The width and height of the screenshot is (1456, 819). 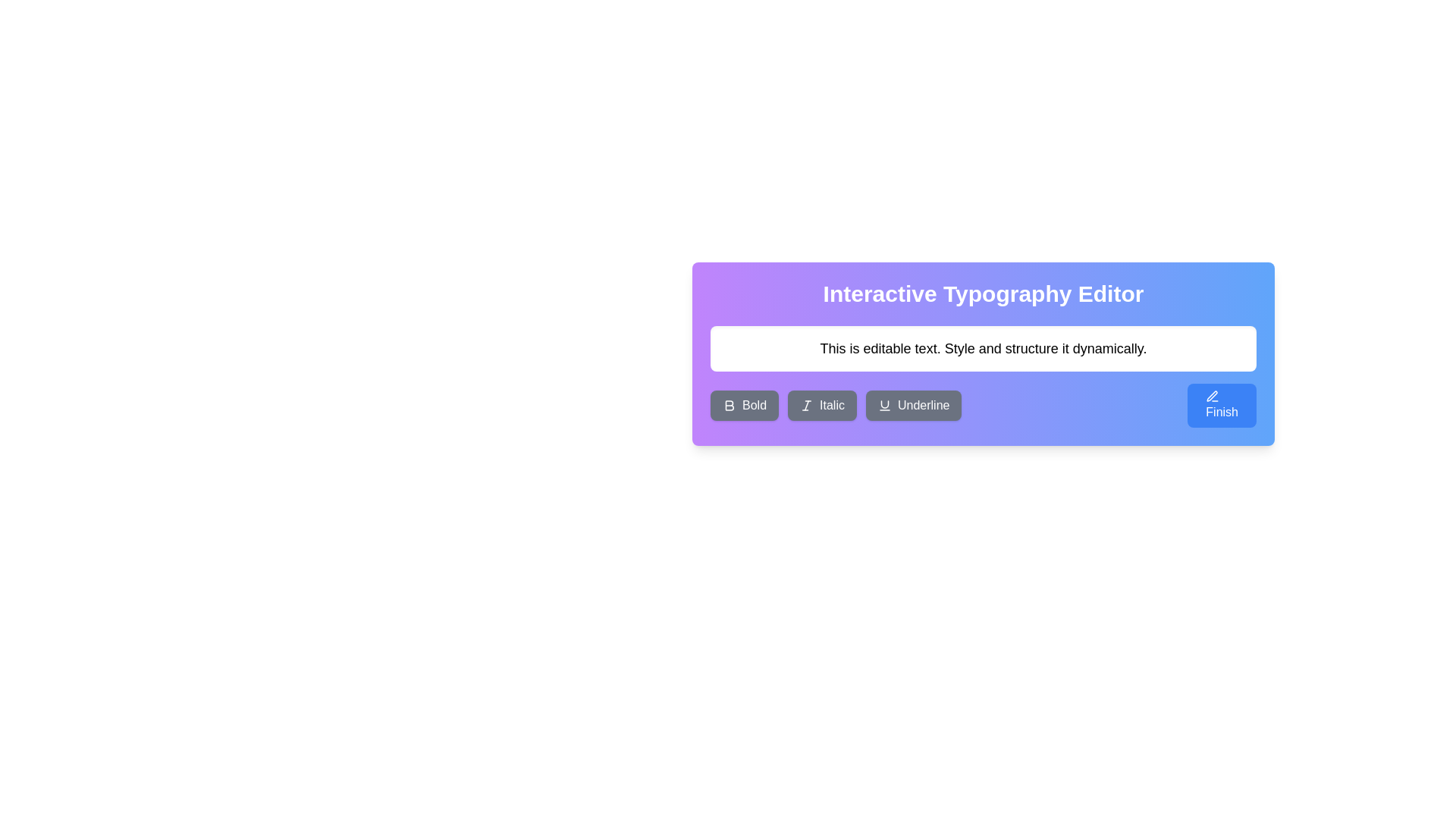 What do you see at coordinates (729, 405) in the screenshot?
I see `the bold text icon located in the leftmost 'Bold' button of the text editing toolbar` at bounding box center [729, 405].